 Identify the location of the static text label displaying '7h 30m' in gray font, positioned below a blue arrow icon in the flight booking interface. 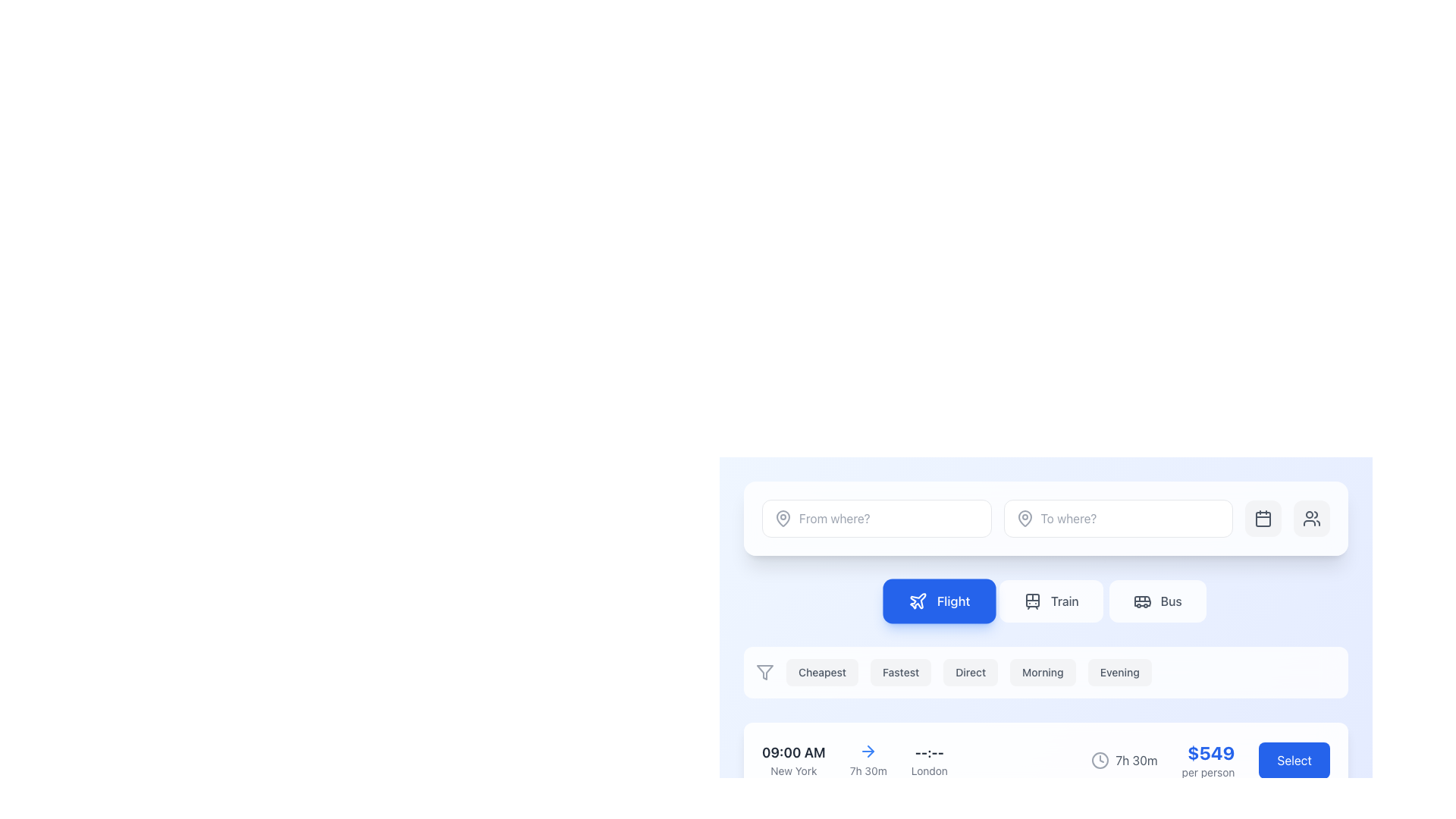
(868, 771).